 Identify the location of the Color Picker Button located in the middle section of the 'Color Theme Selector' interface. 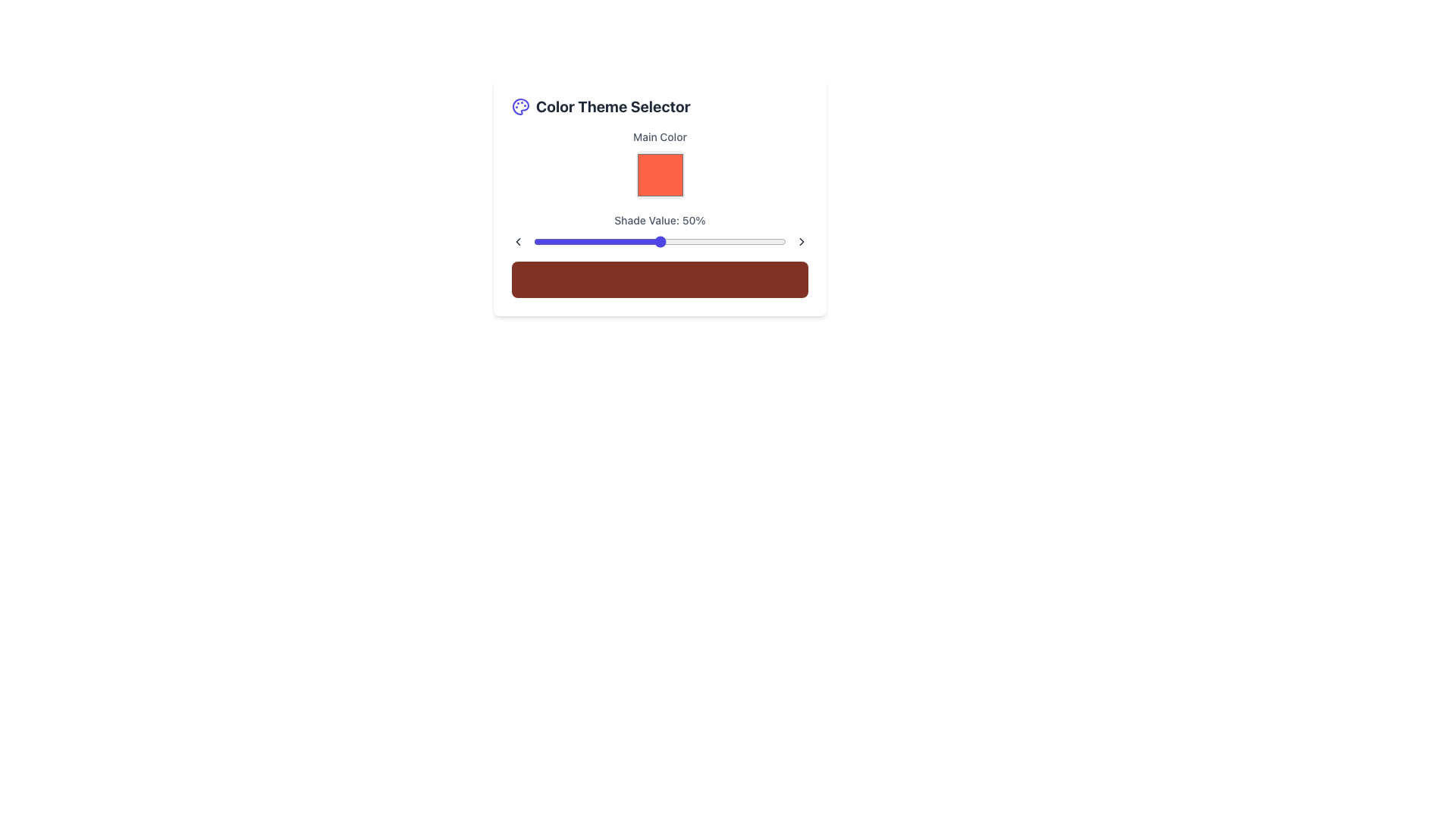
(660, 165).